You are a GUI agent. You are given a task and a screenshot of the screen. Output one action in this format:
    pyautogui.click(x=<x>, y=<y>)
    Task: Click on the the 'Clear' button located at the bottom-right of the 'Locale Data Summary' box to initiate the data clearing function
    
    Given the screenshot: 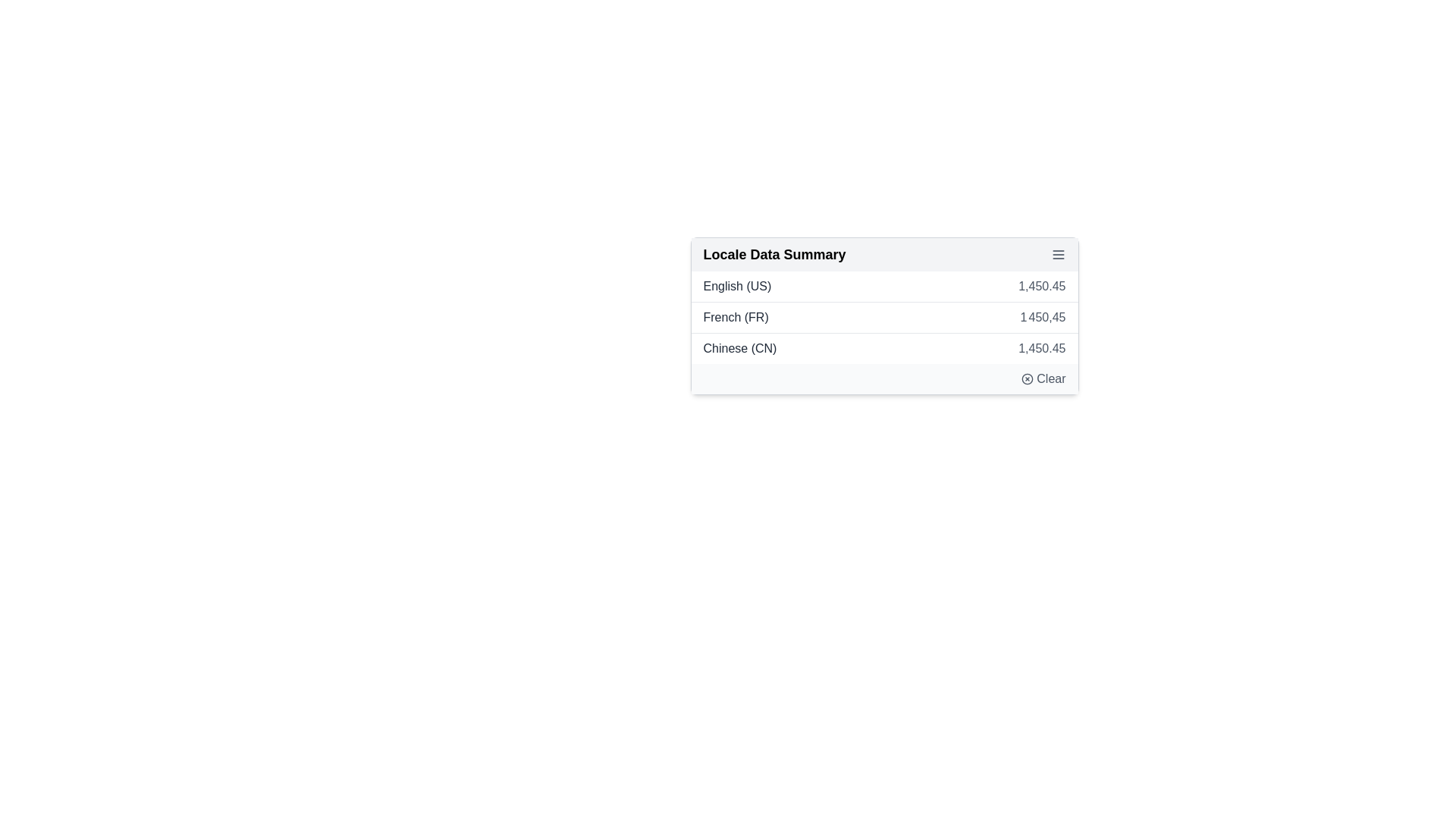 What is the action you would take?
    pyautogui.click(x=884, y=378)
    